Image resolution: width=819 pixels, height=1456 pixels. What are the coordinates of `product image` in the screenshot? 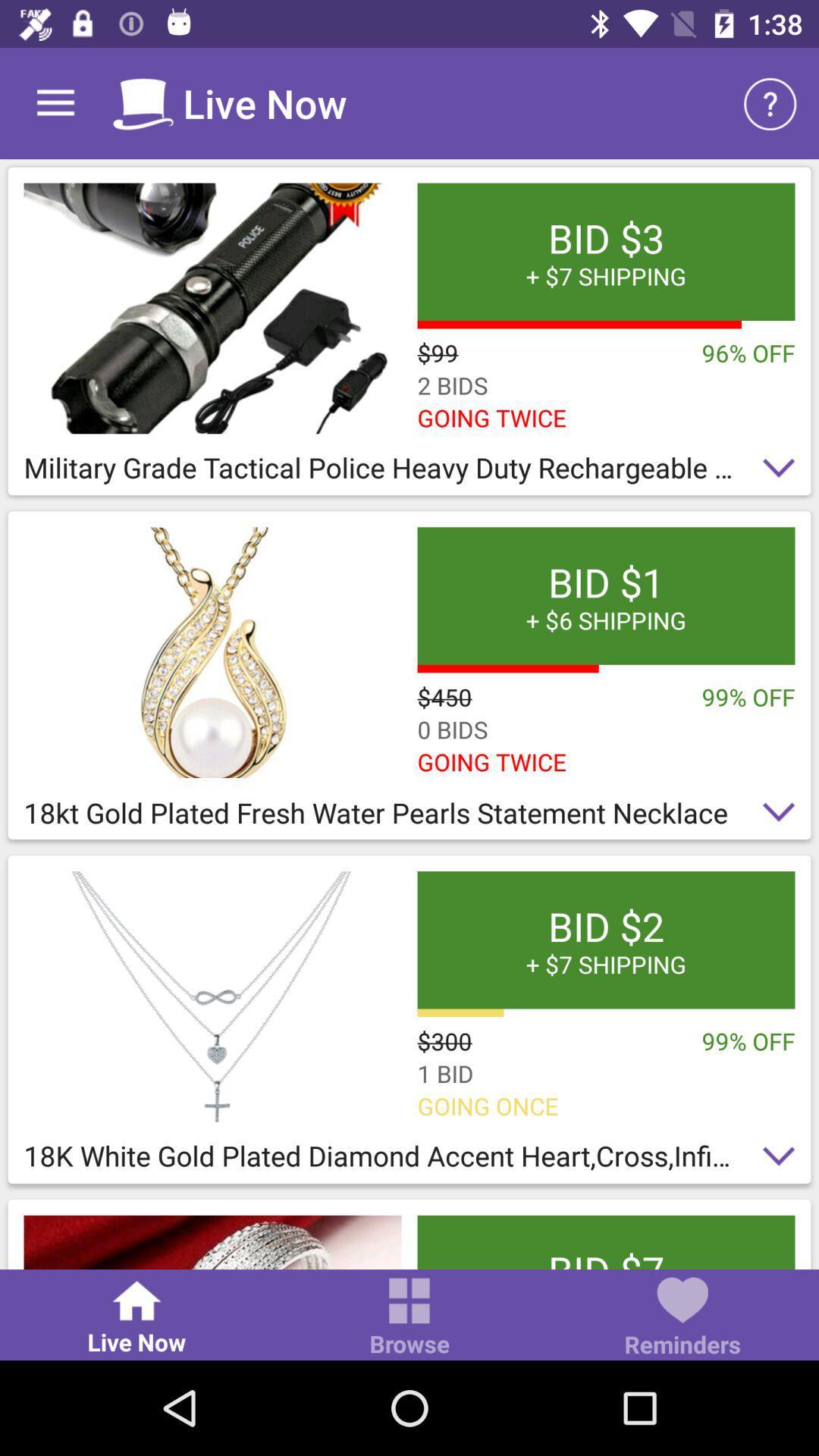 It's located at (212, 307).